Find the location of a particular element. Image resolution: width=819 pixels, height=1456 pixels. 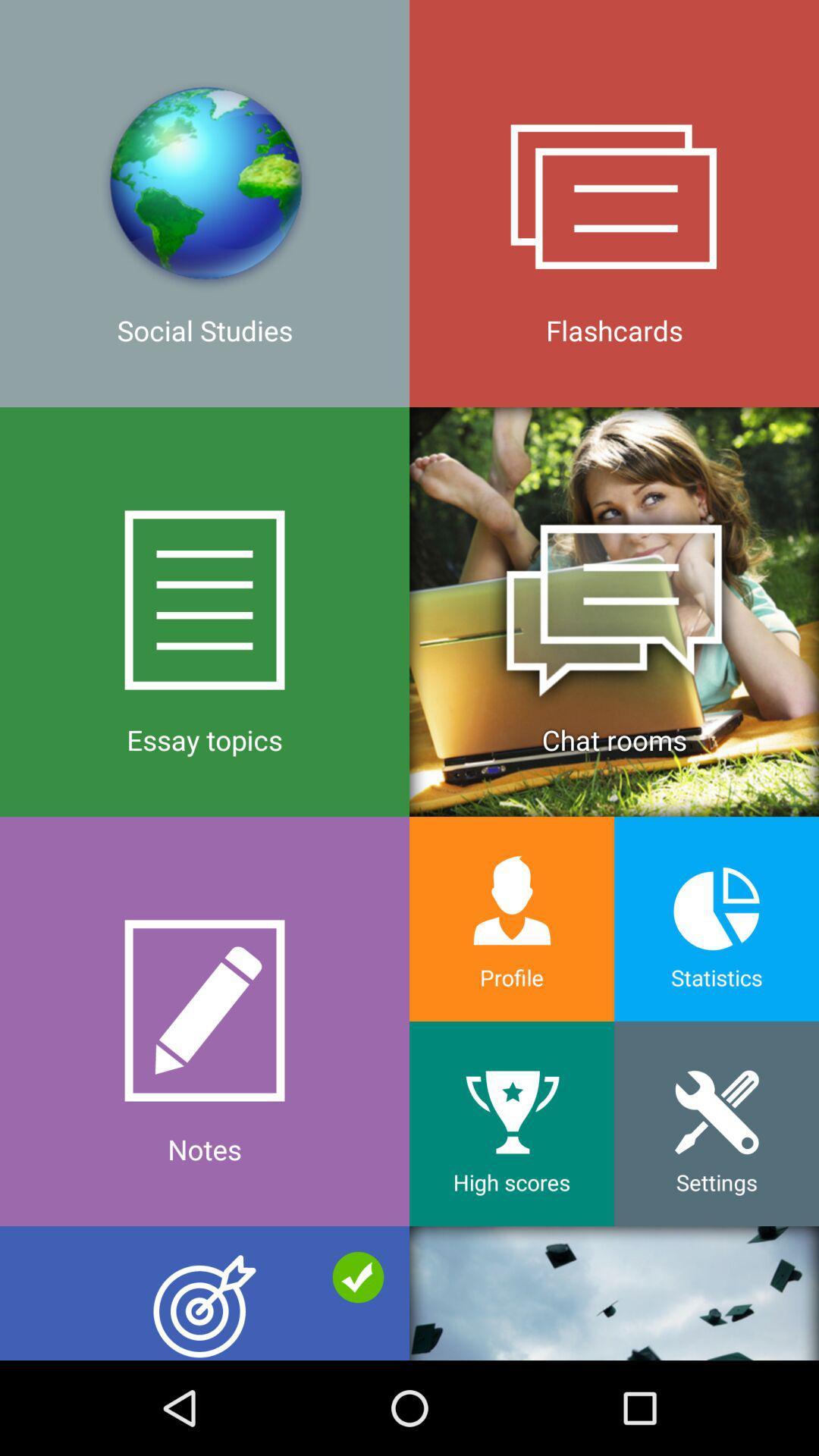

the profile is located at coordinates (512, 918).